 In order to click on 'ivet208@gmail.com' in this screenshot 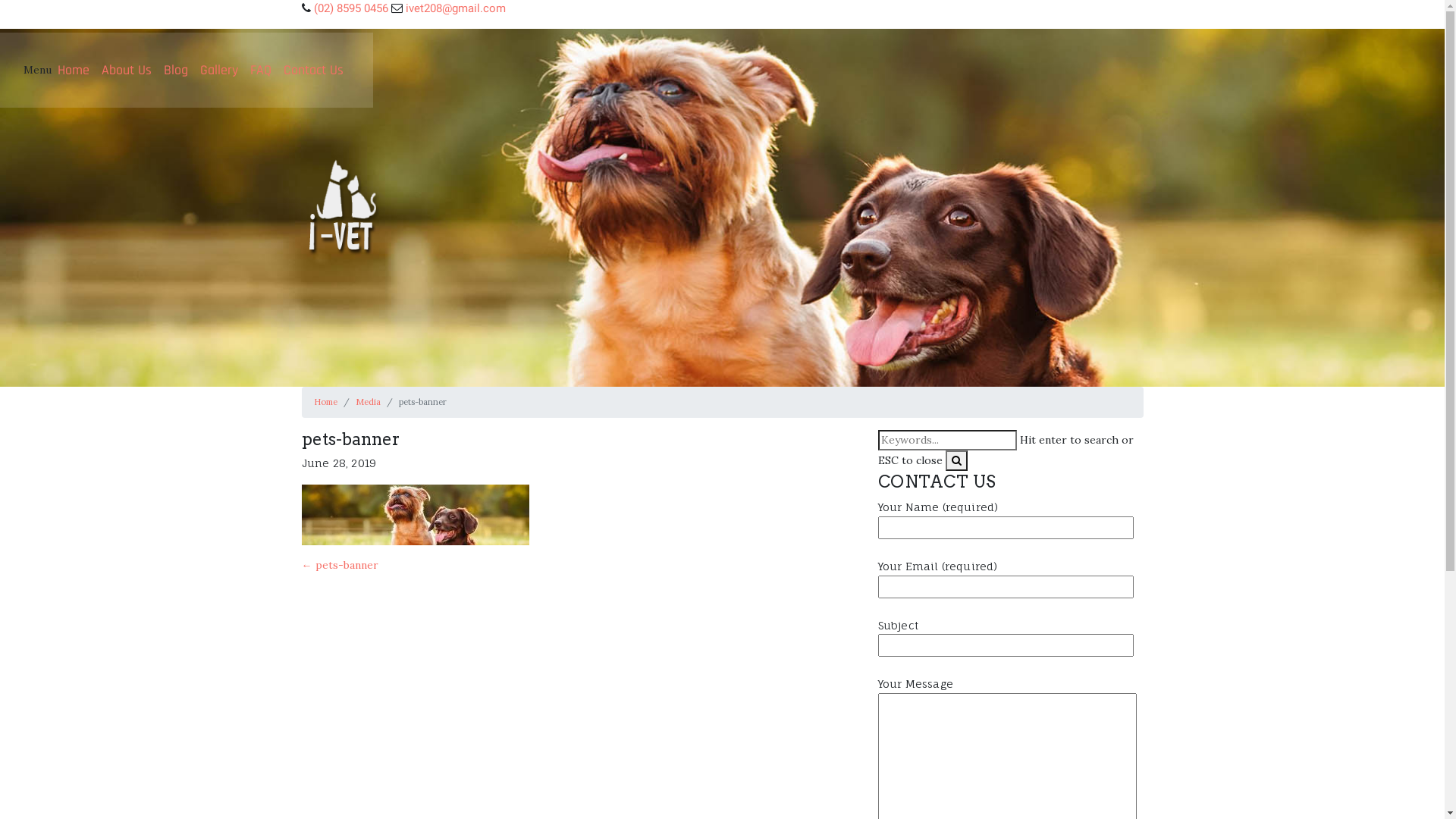, I will do `click(454, 8)`.